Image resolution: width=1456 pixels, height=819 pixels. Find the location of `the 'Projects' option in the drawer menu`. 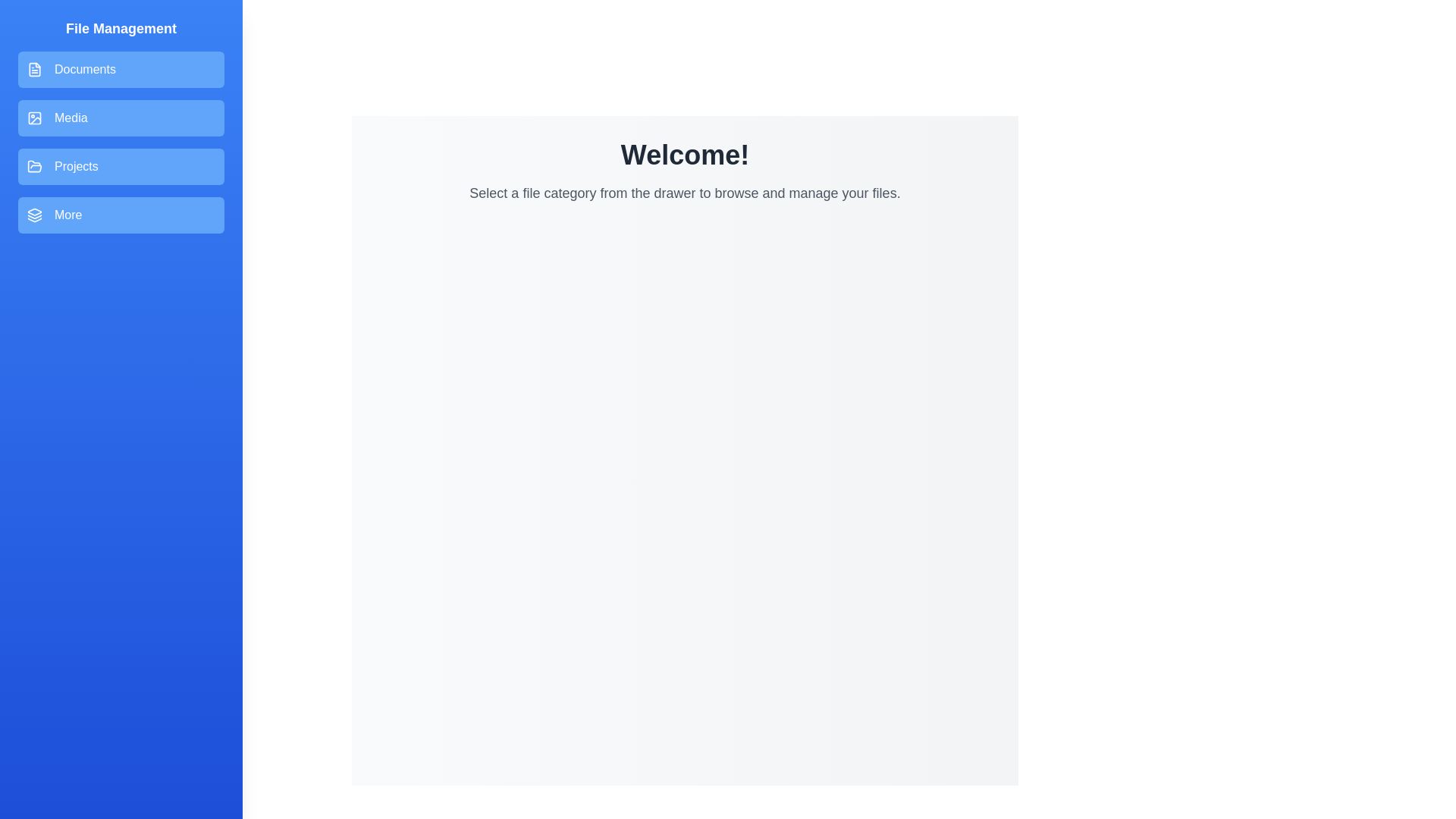

the 'Projects' option in the drawer menu is located at coordinates (120, 166).